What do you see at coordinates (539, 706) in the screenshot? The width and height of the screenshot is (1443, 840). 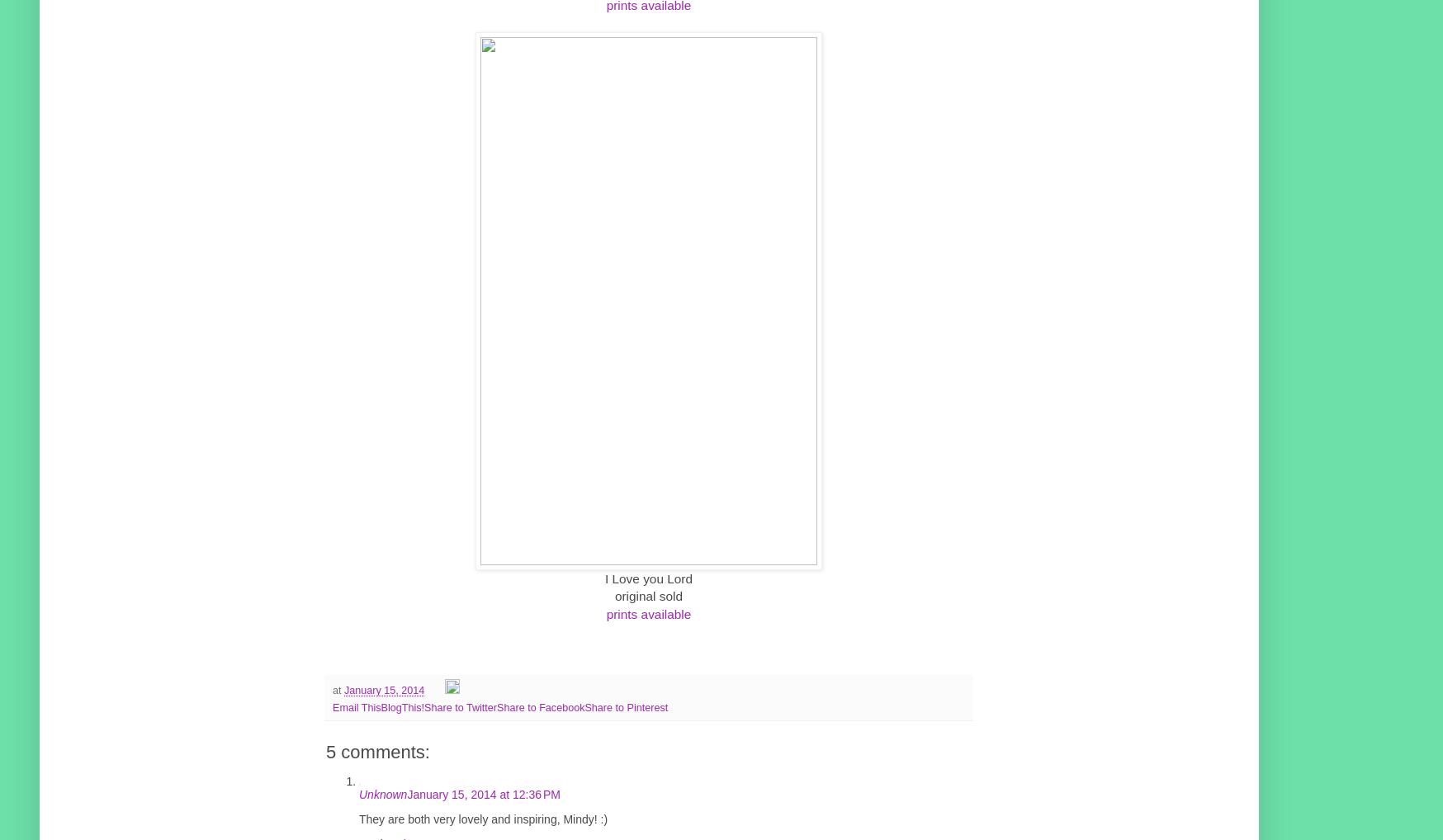 I see `'Share to Facebook'` at bounding box center [539, 706].